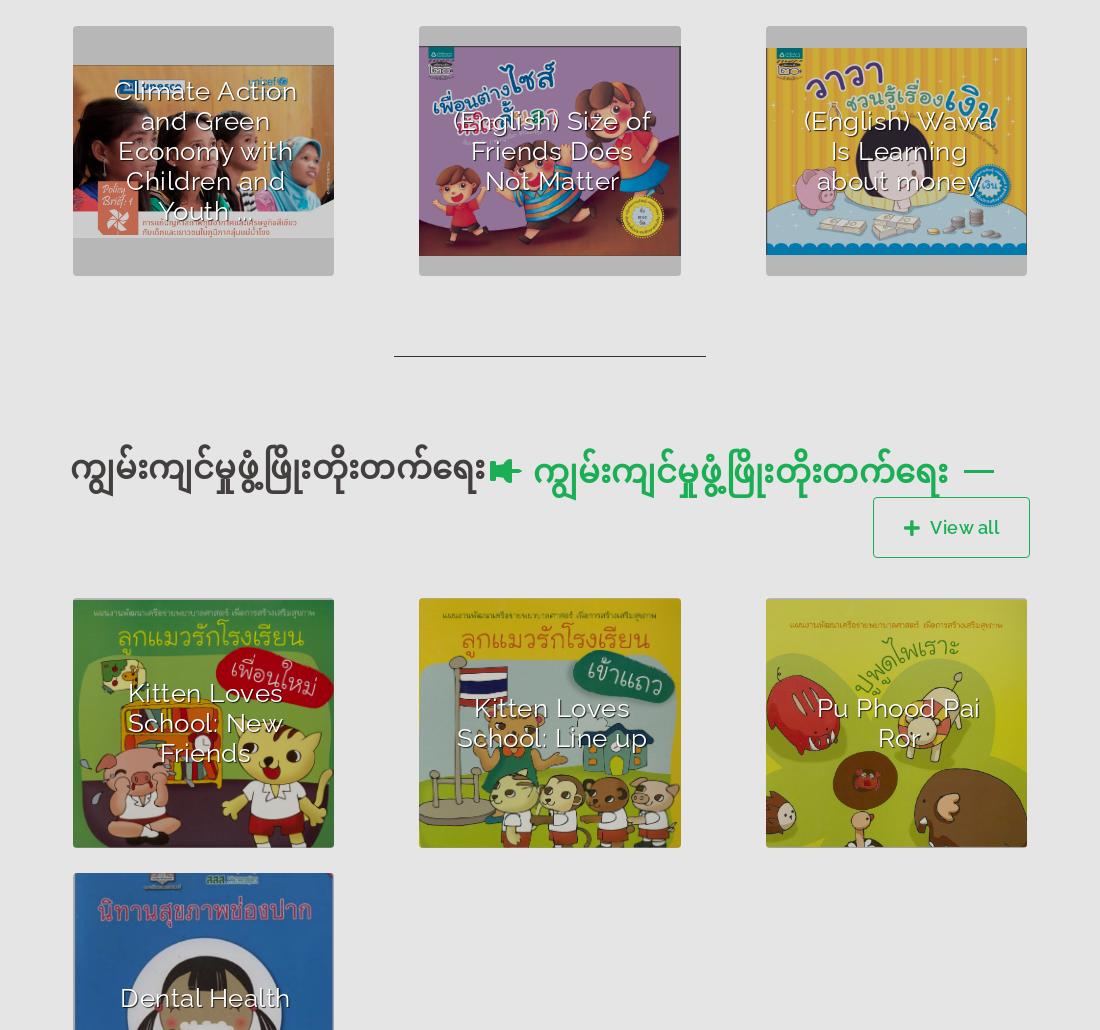 The width and height of the screenshot is (1100, 1030). What do you see at coordinates (204, 996) in the screenshot?
I see `'Dental Health'` at bounding box center [204, 996].